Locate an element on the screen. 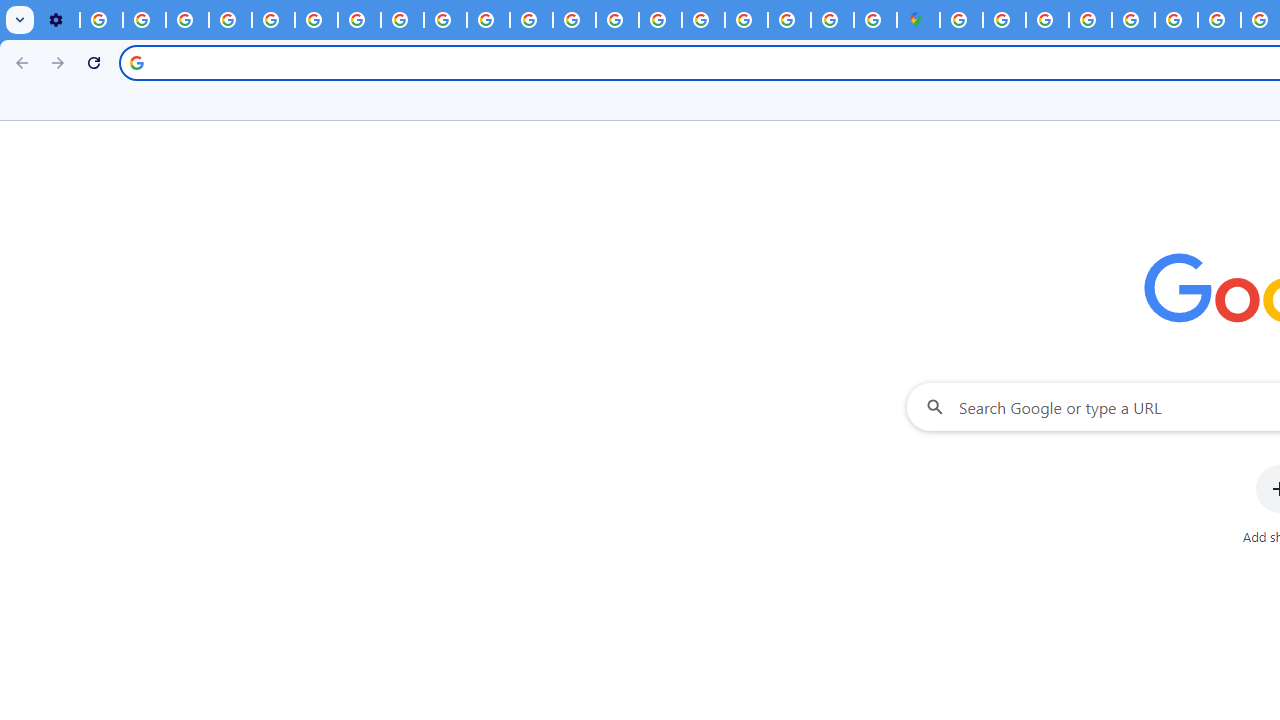 Image resolution: width=1280 pixels, height=720 pixels. 'Learn how to find your photos - Google Photos Help' is located at coordinates (143, 20).